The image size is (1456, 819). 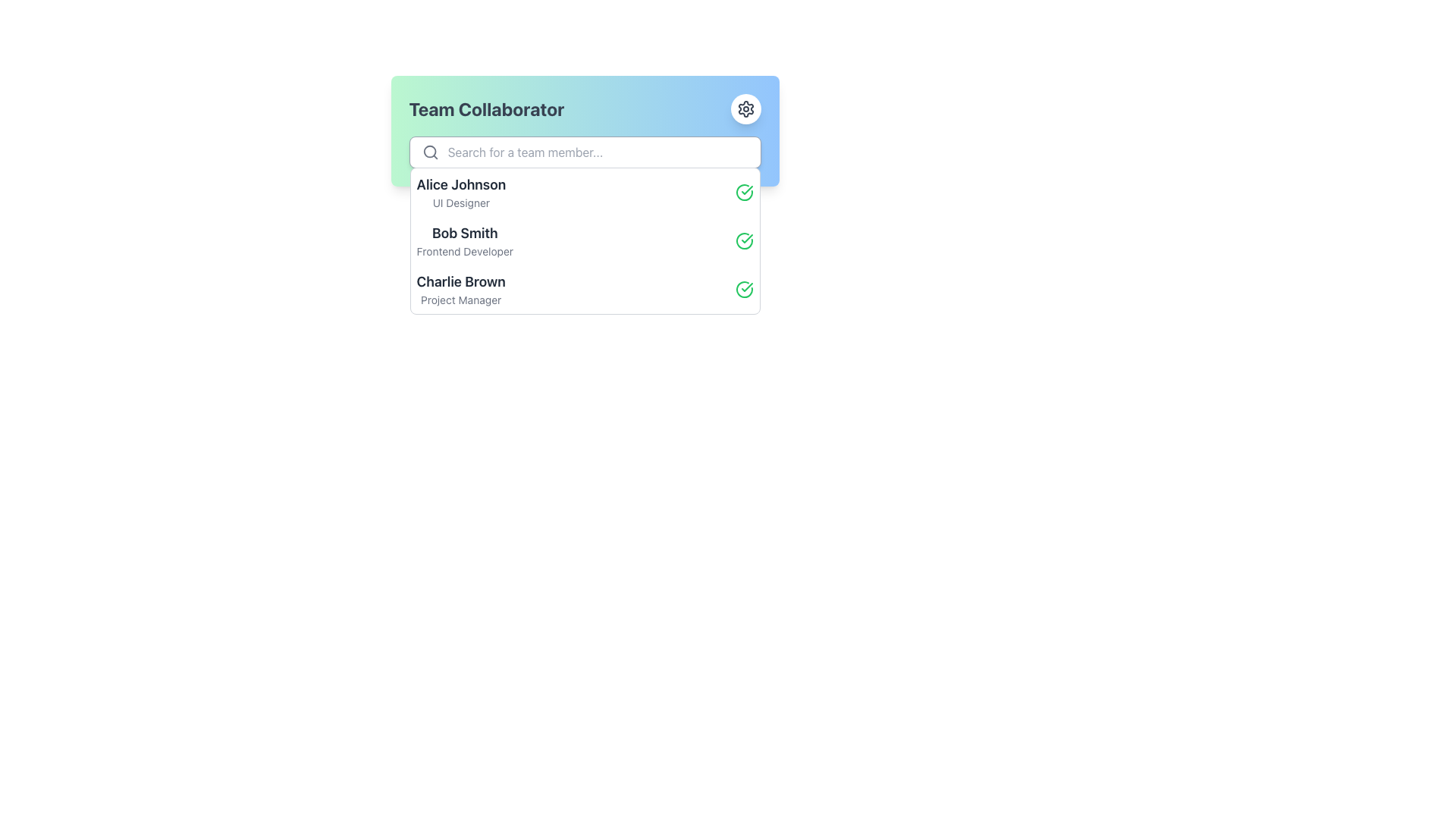 I want to click on text of the name label displaying 'Alice Johnson', which is styled in bold and larger font, rendered in dark gray color, and positioned above the role description 'UI Designer' in the user list, so click(x=460, y=184).